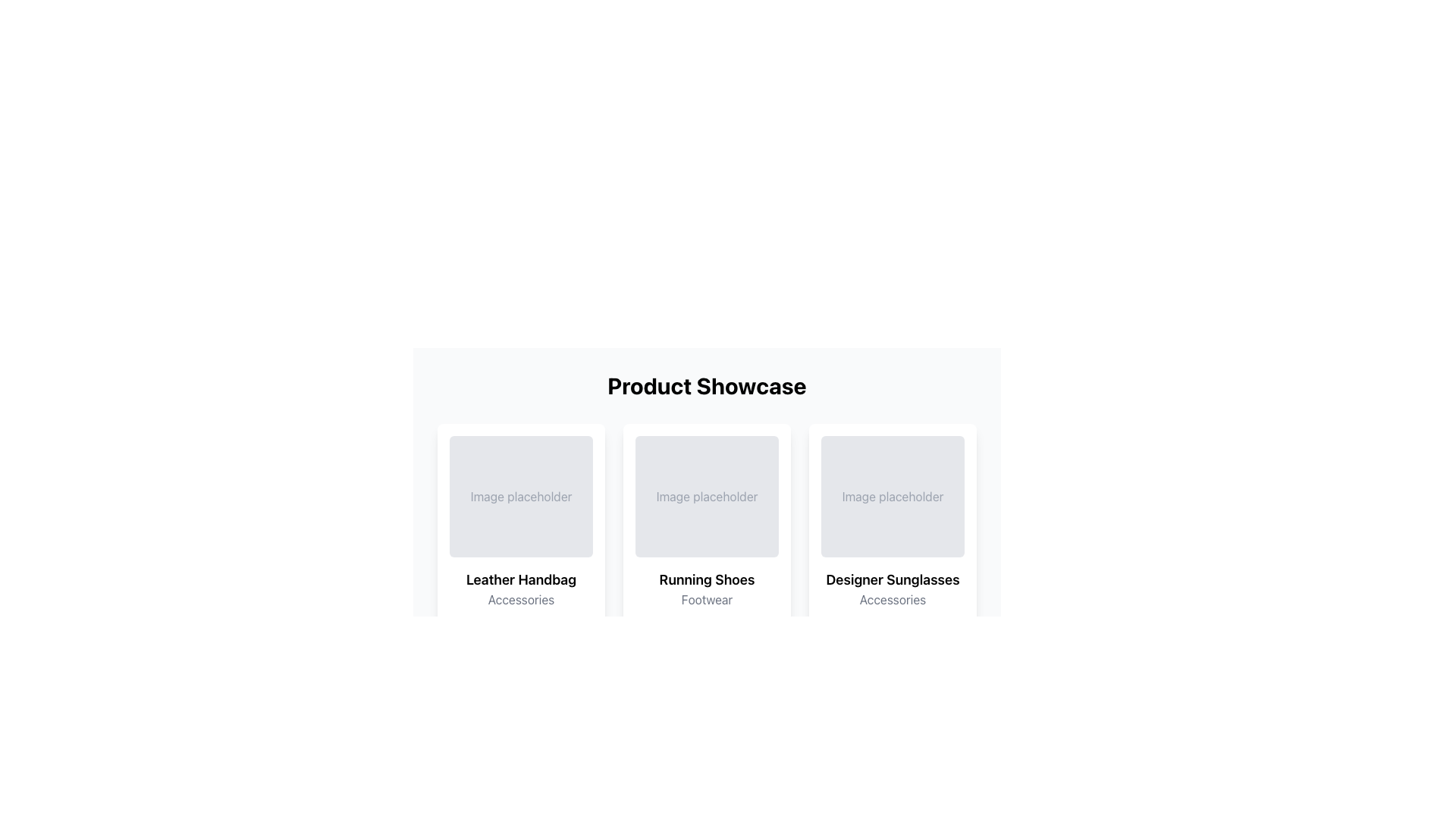 The width and height of the screenshot is (1456, 819). Describe the element at coordinates (521, 598) in the screenshot. I see `the static text label that provides categorization information for the product, located below the title 'Leather Handbag' and above the star rating section` at that location.